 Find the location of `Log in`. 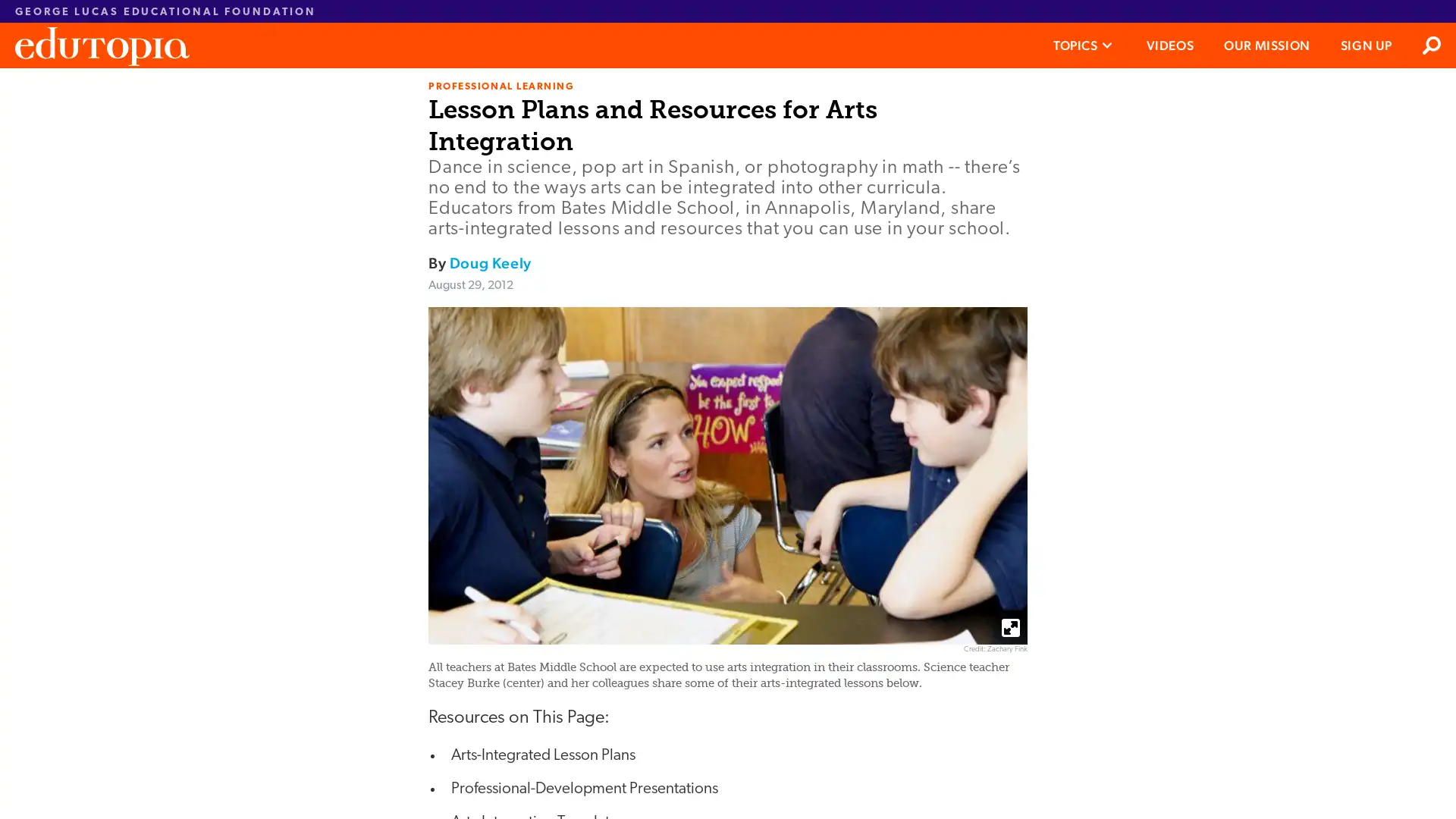

Log in is located at coordinates (715, 455).